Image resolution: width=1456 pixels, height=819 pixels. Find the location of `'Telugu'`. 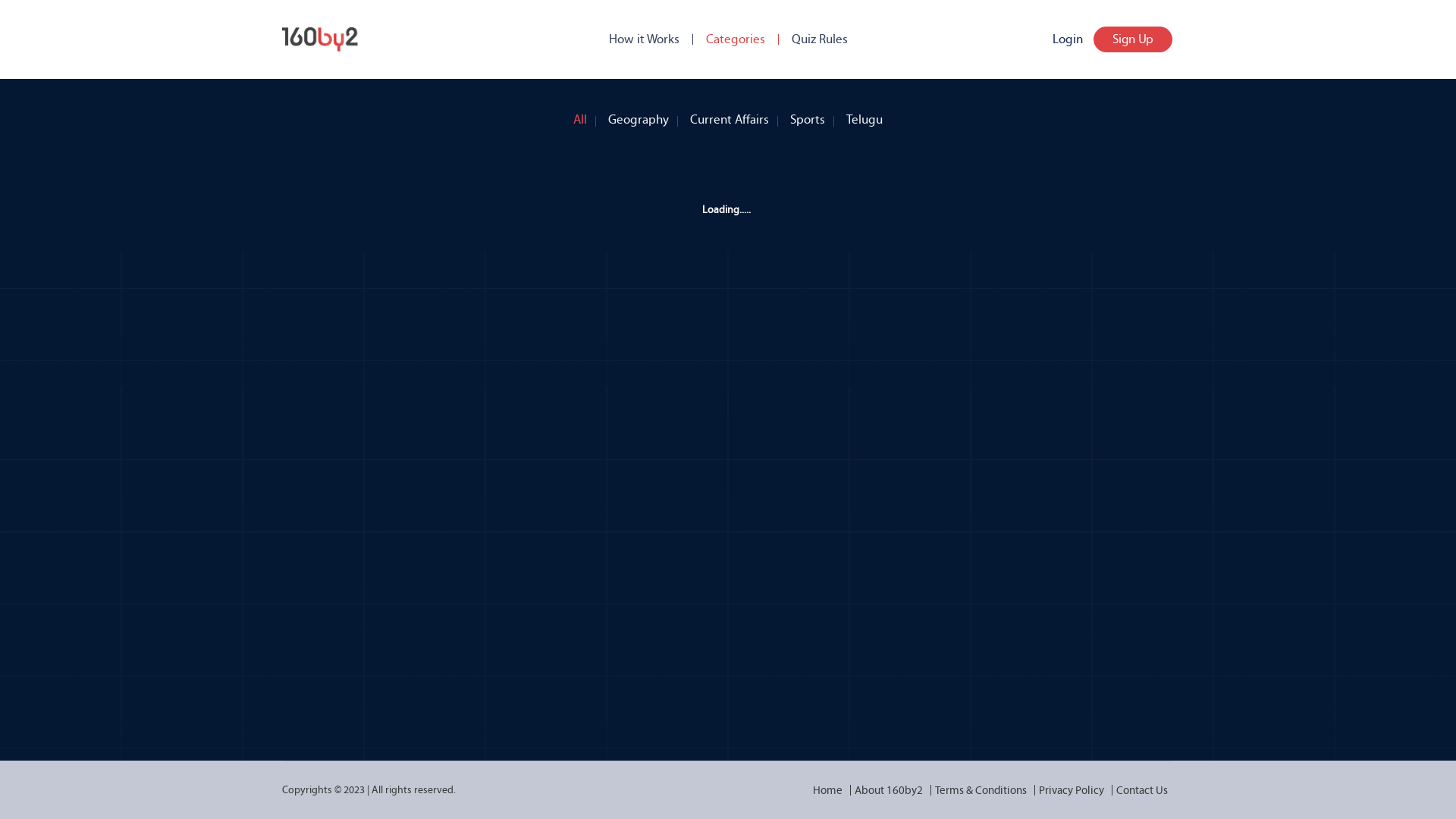

'Telugu' is located at coordinates (864, 115).